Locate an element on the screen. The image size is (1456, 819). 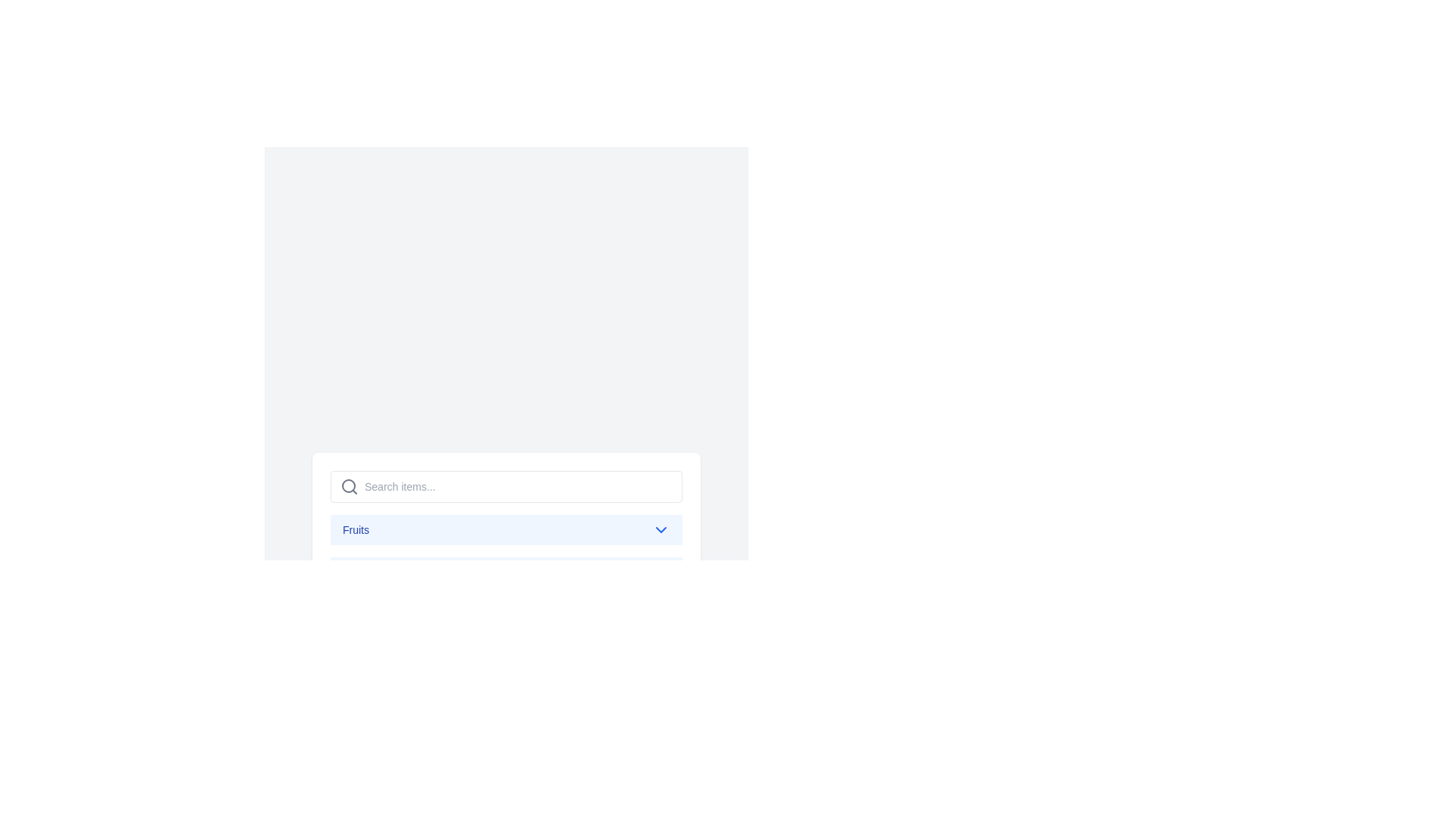
the circular part of the magnifying glass icon, which is styled as an outline and represents the search functionality, located at the left side of the search bar is located at coordinates (348, 485).